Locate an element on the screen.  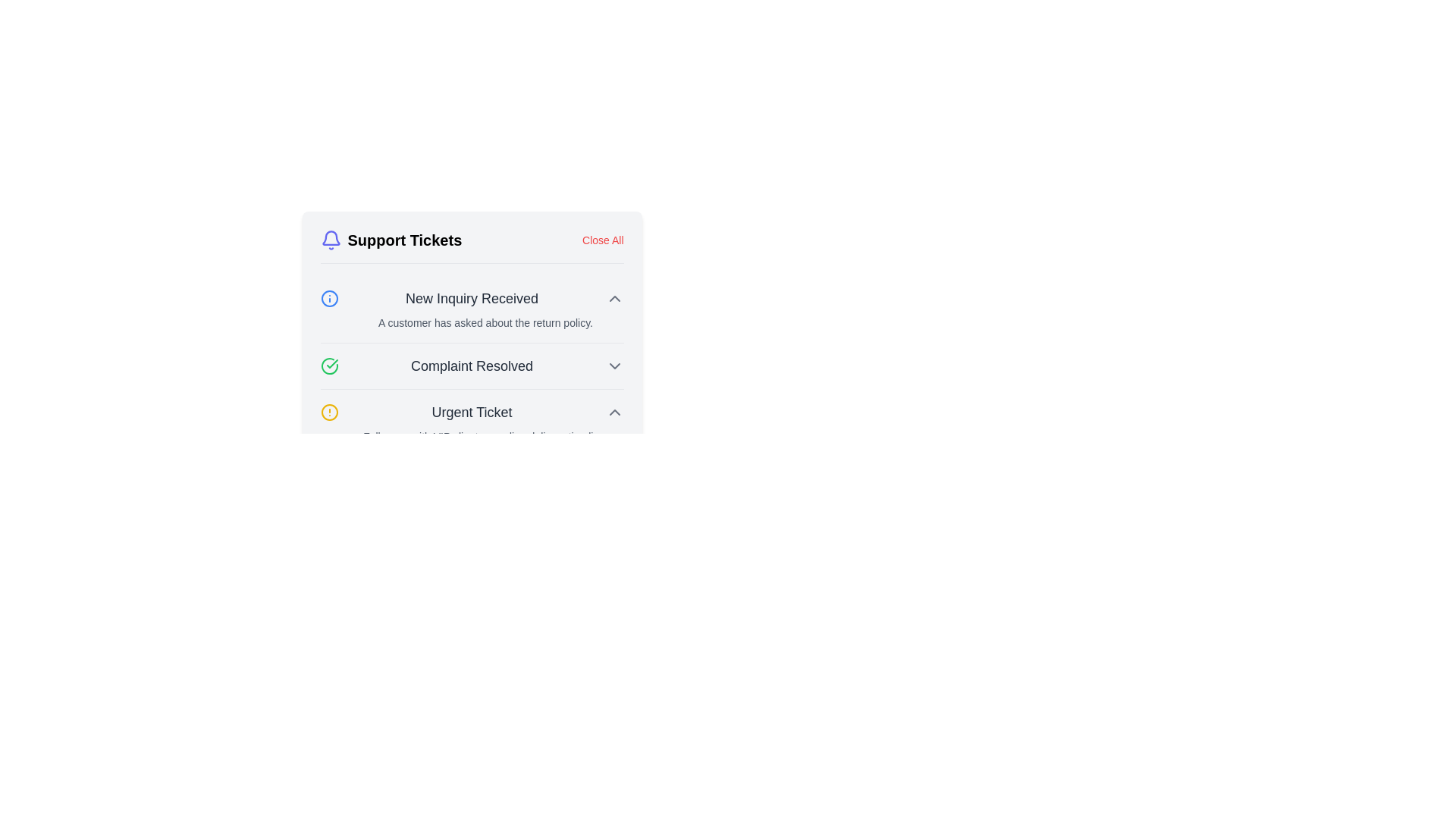
the text label indicating 'Support Tickets', which serves as a header for the section below it is located at coordinates (391, 239).